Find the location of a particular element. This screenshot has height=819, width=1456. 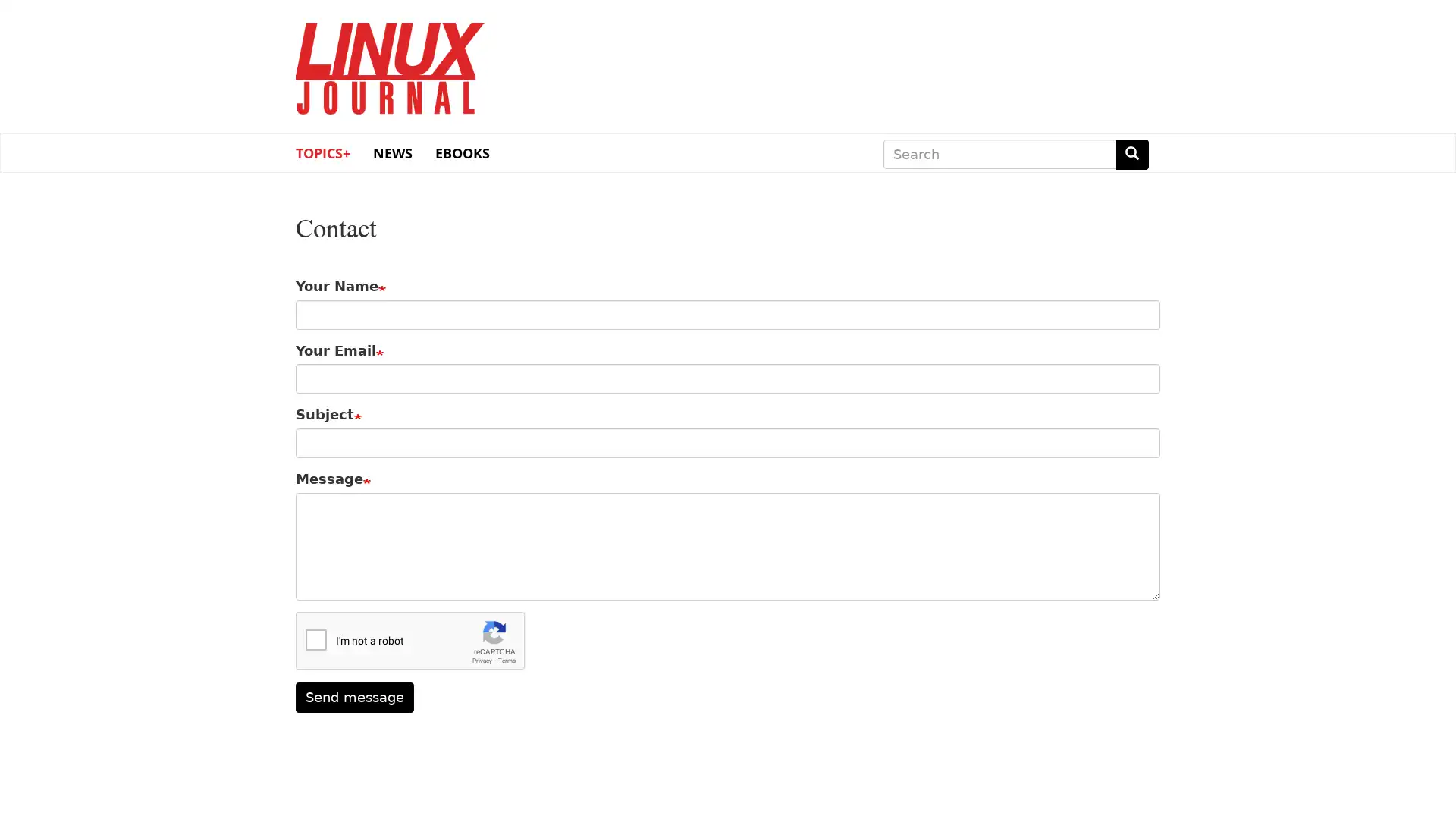

Search is located at coordinates (1131, 154).